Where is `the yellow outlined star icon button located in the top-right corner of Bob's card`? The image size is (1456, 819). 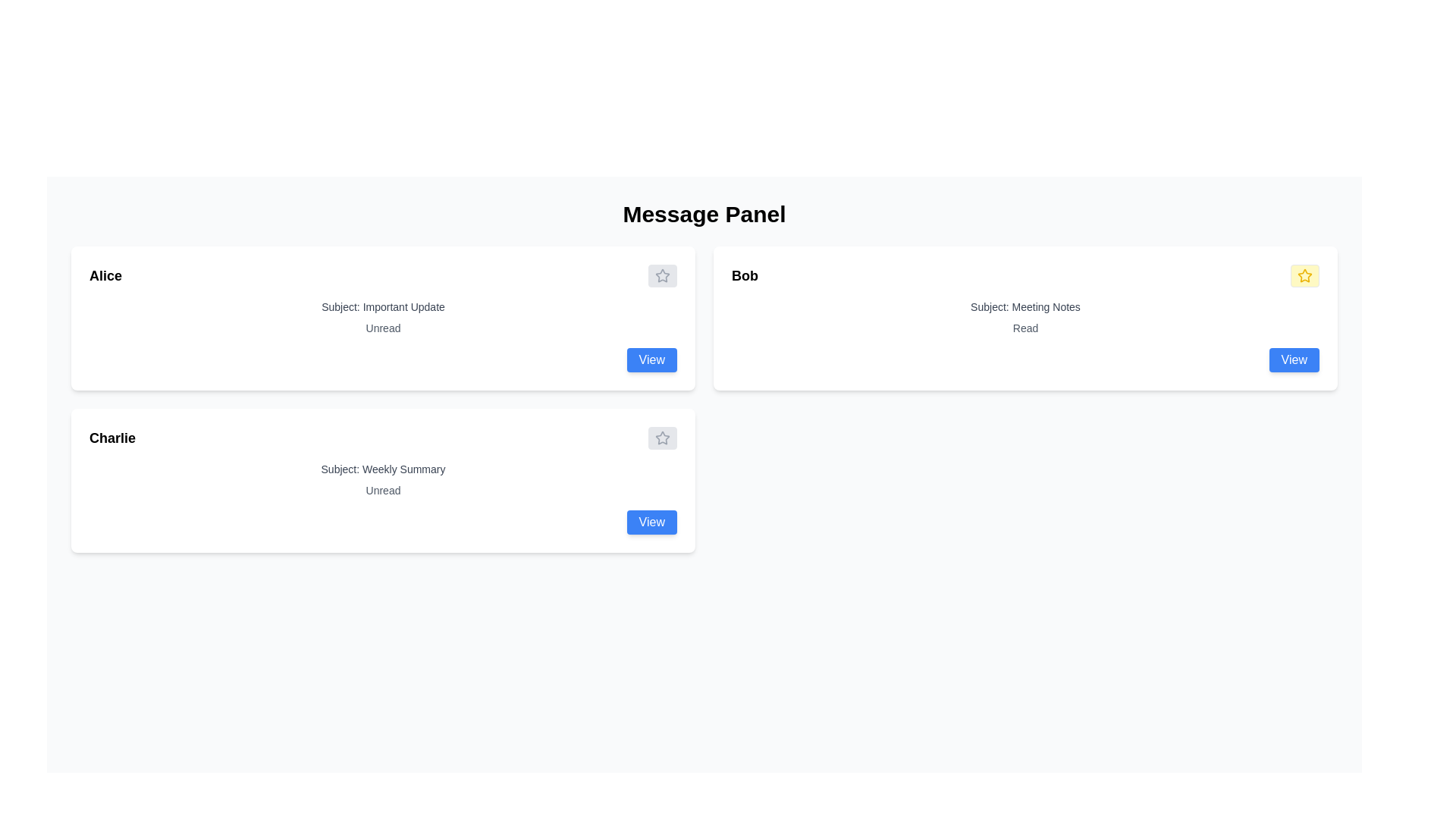
the yellow outlined star icon button located in the top-right corner of Bob's card is located at coordinates (1304, 275).